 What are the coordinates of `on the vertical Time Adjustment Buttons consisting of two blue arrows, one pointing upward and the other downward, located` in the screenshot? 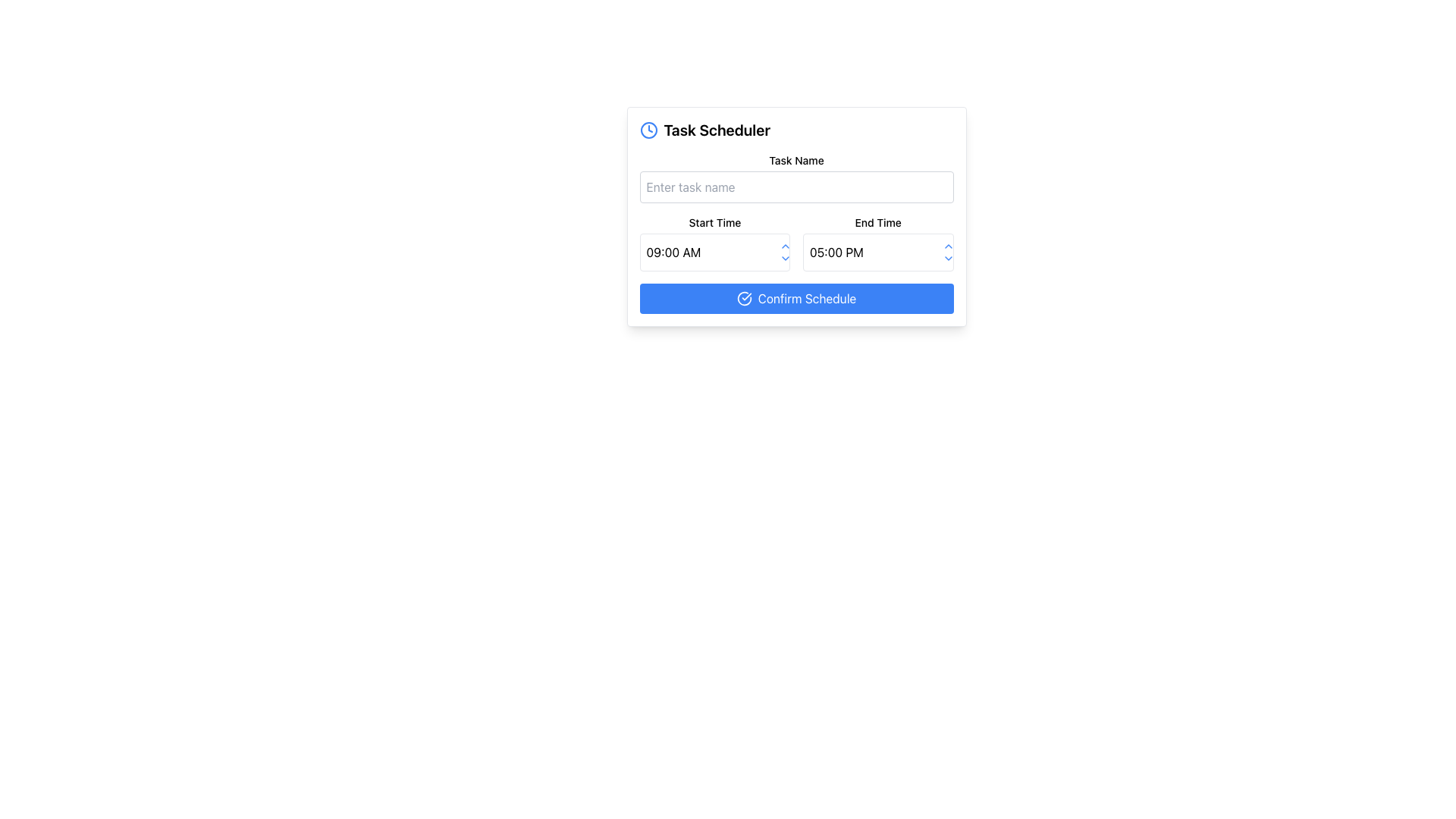 It's located at (947, 251).